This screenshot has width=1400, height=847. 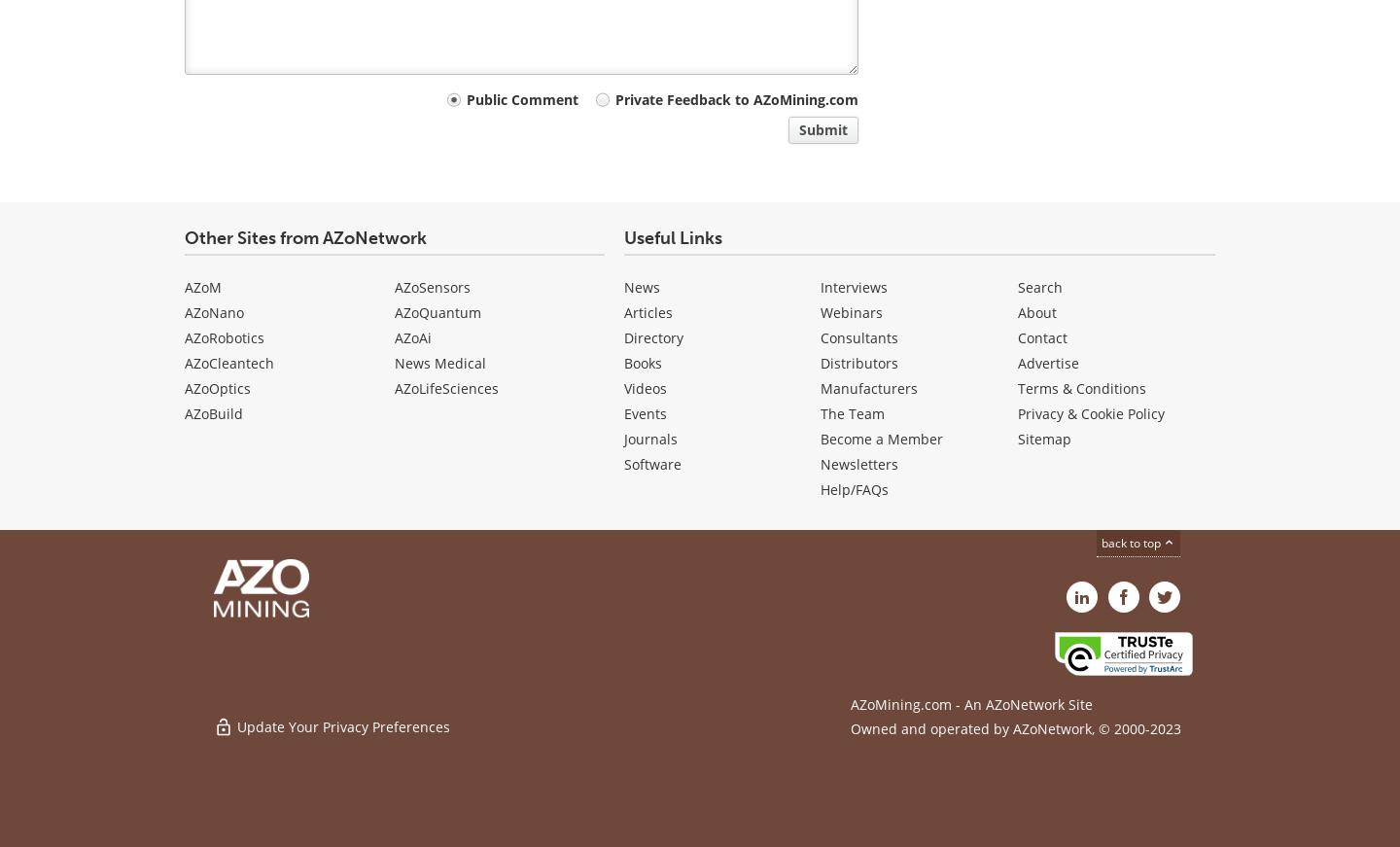 What do you see at coordinates (858, 336) in the screenshot?
I see `'Consultants'` at bounding box center [858, 336].